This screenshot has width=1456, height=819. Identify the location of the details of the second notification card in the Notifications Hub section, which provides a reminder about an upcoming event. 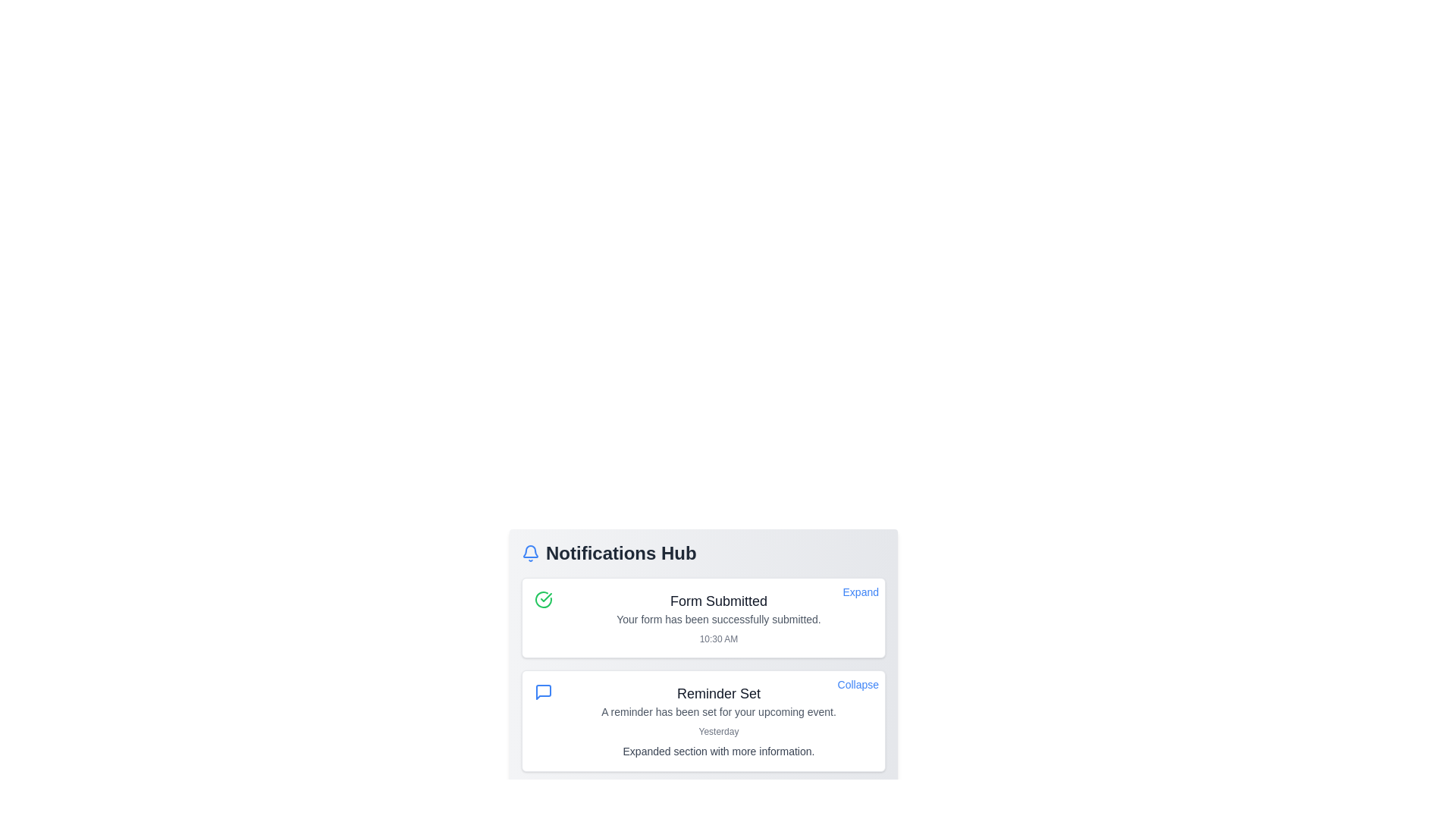
(702, 674).